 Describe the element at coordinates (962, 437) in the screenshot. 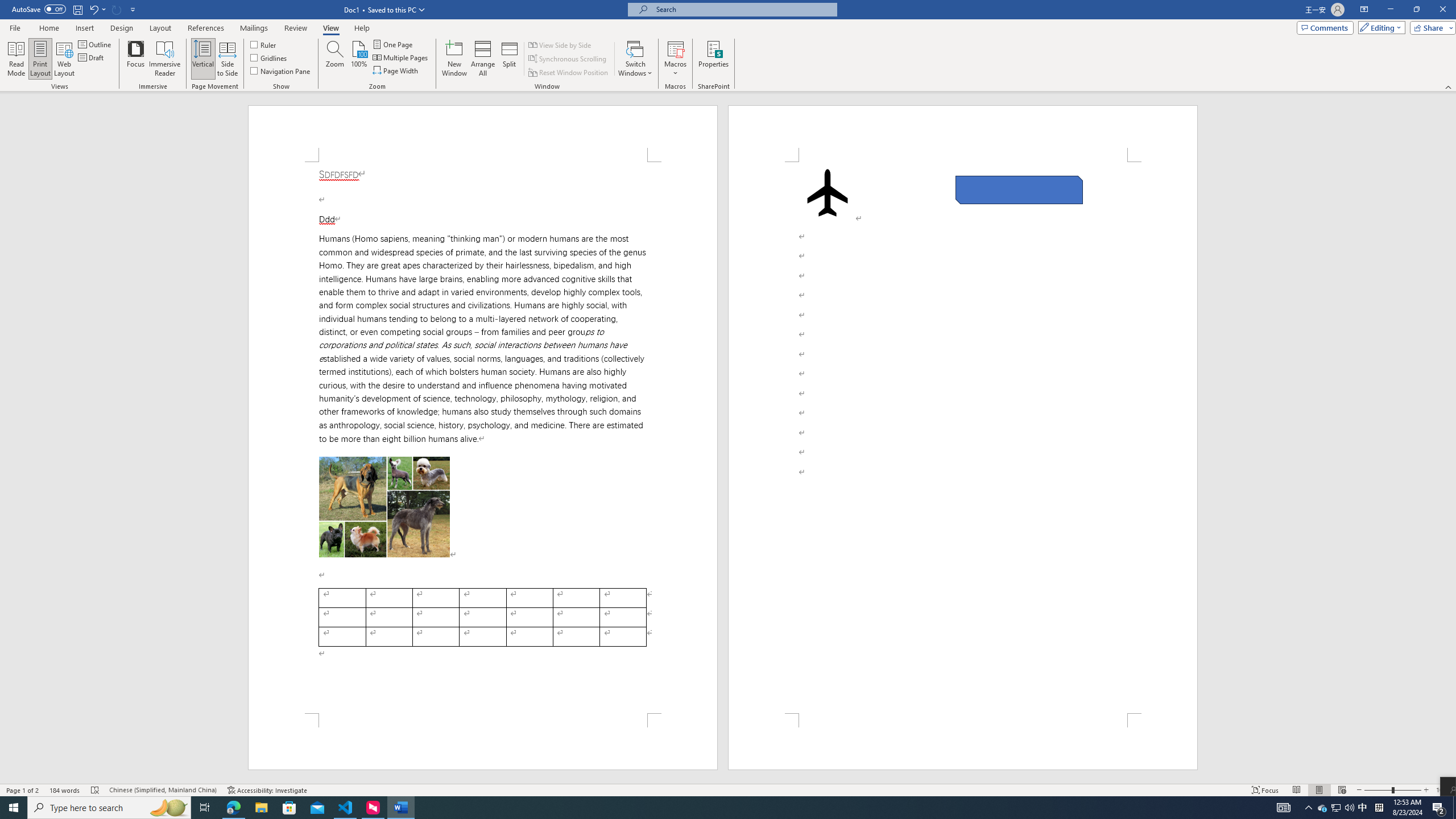

I see `'Page 2 content'` at that location.